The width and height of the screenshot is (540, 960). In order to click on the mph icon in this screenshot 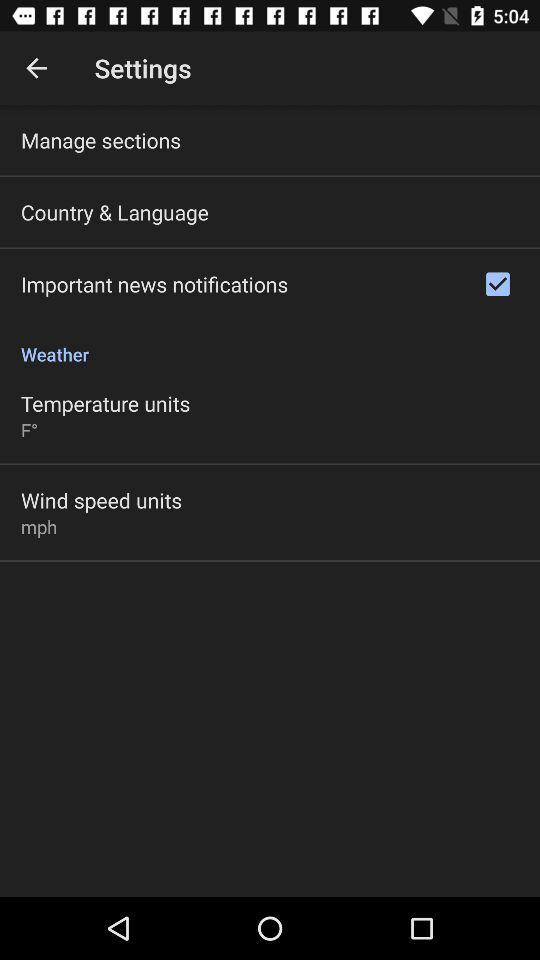, I will do `click(39, 525)`.